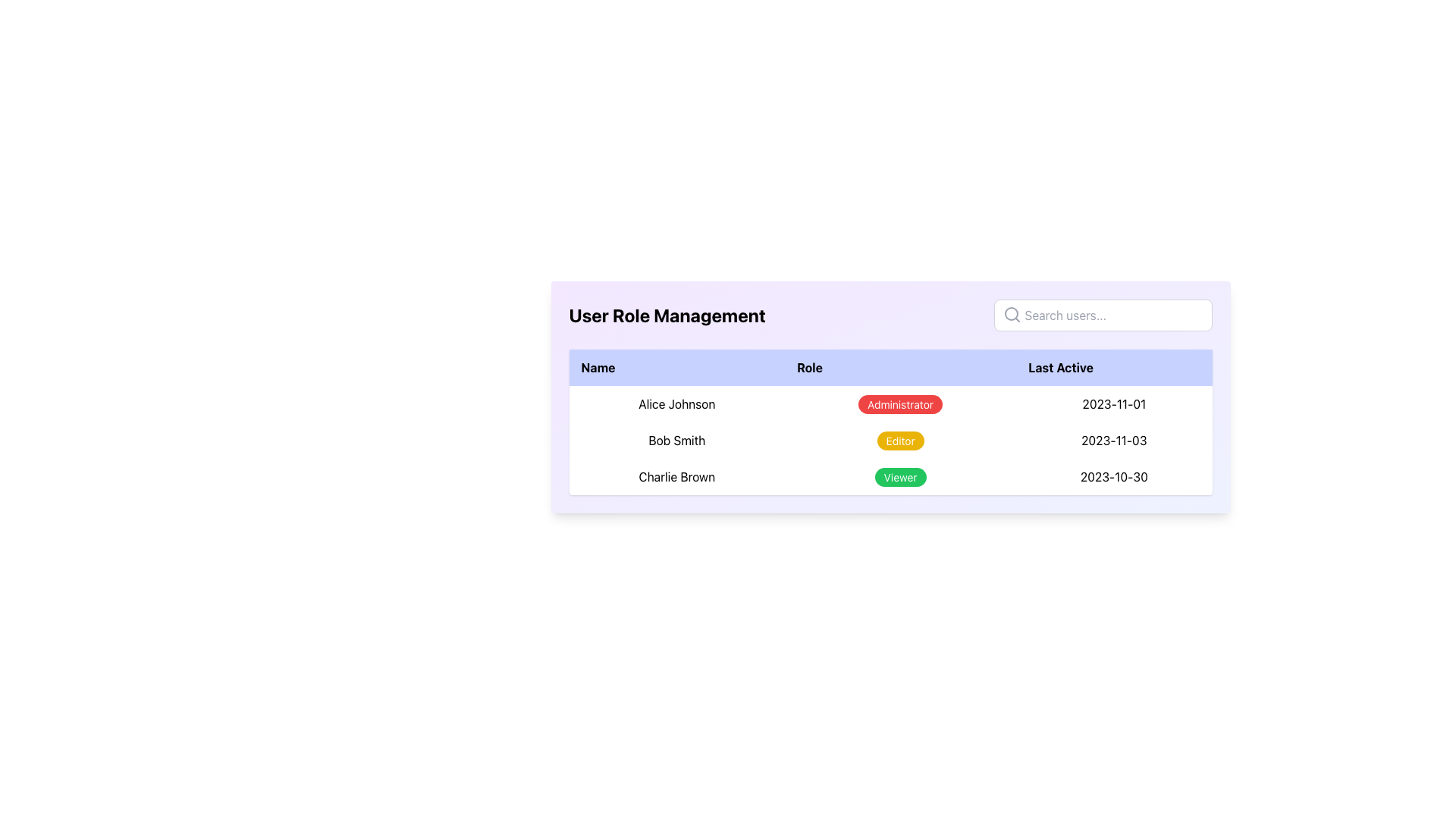 The image size is (1456, 819). Describe the element at coordinates (1012, 314) in the screenshot. I see `the gray magnifying glass icon located on the left side of the search bar in the 'User Role Management' interface` at that location.